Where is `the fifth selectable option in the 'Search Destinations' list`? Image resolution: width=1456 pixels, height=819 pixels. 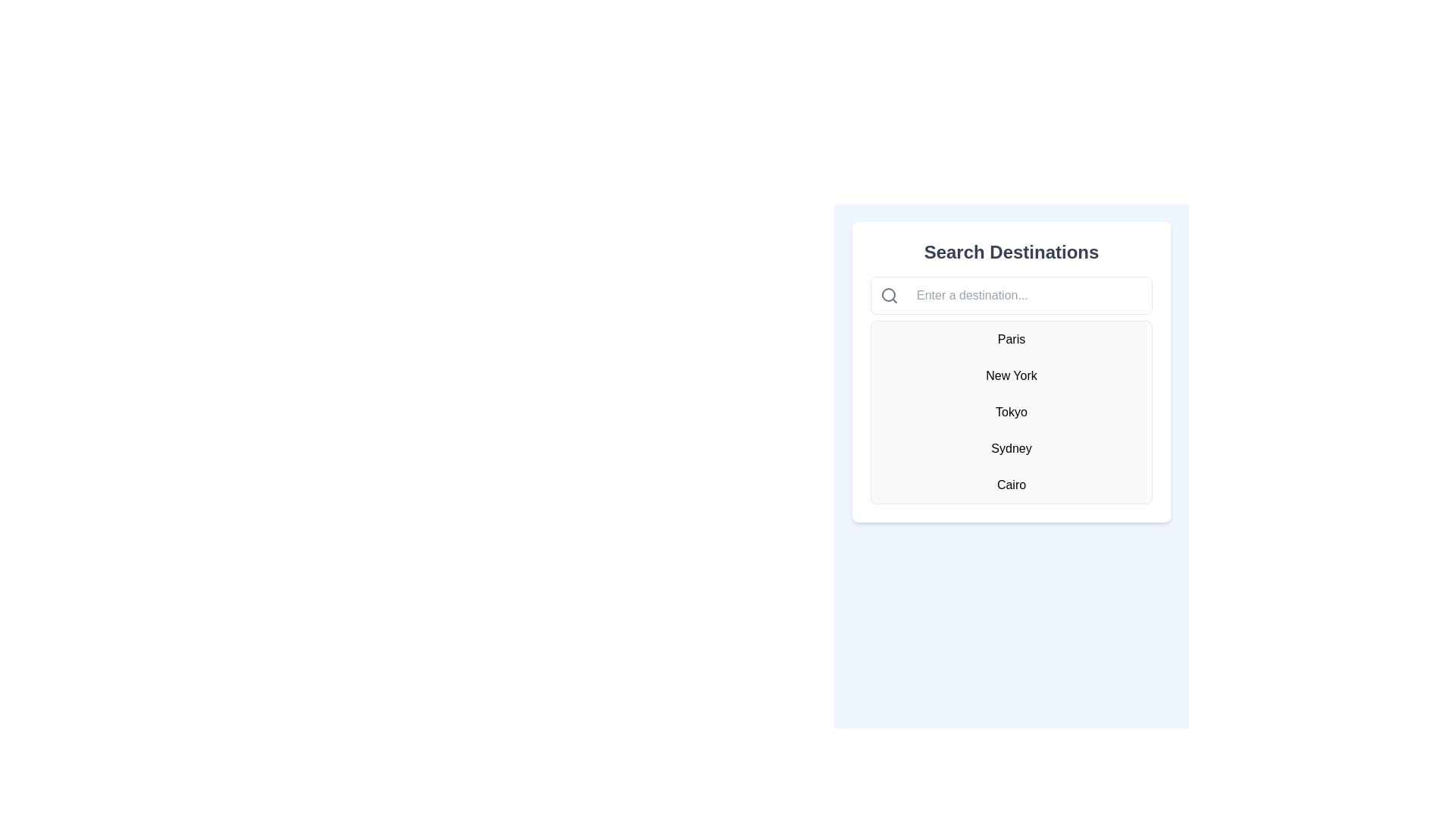
the fifth selectable option in the 'Search Destinations' list is located at coordinates (1012, 485).